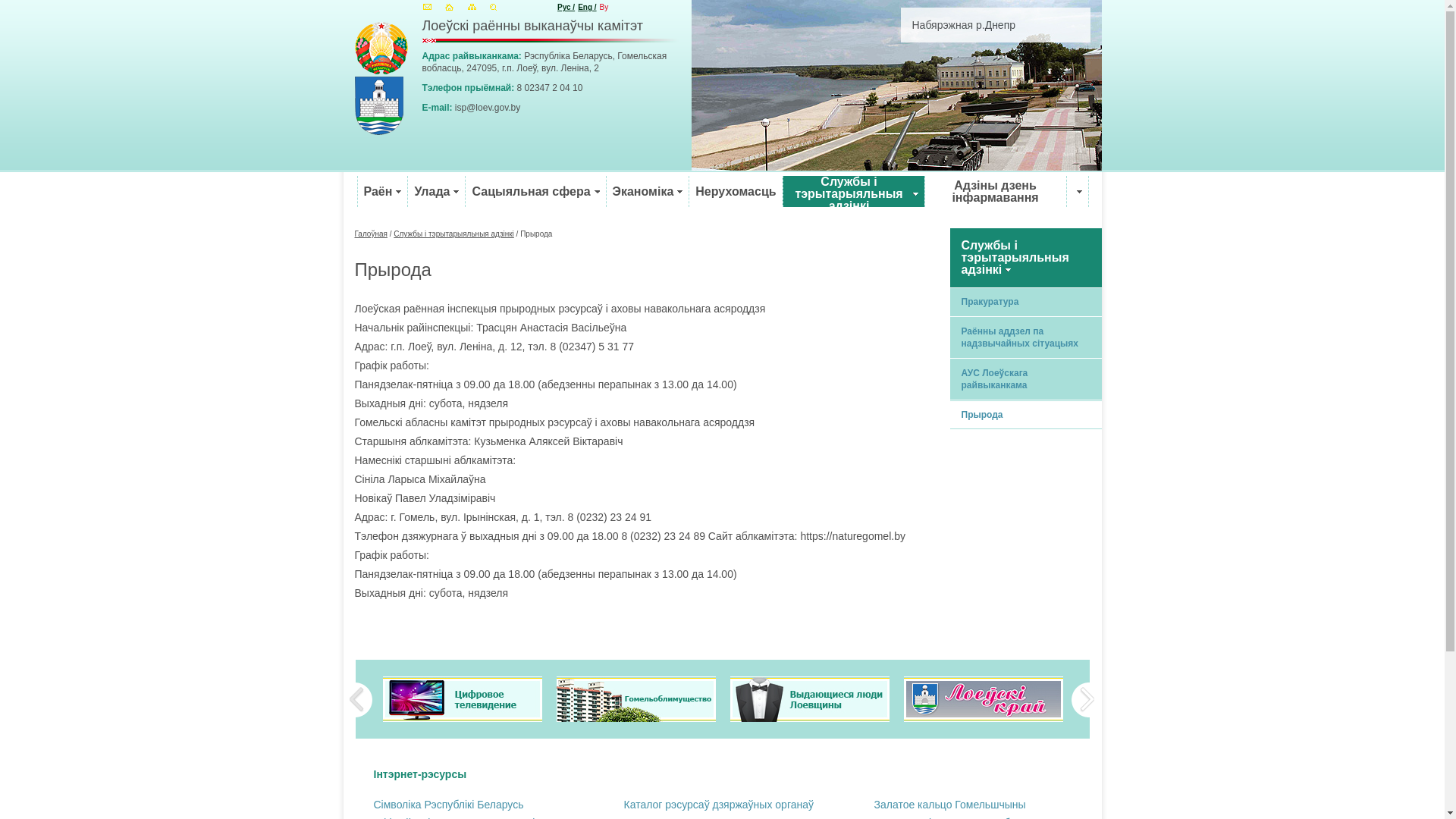  I want to click on 'isp@loev.gov.by', so click(488, 107).